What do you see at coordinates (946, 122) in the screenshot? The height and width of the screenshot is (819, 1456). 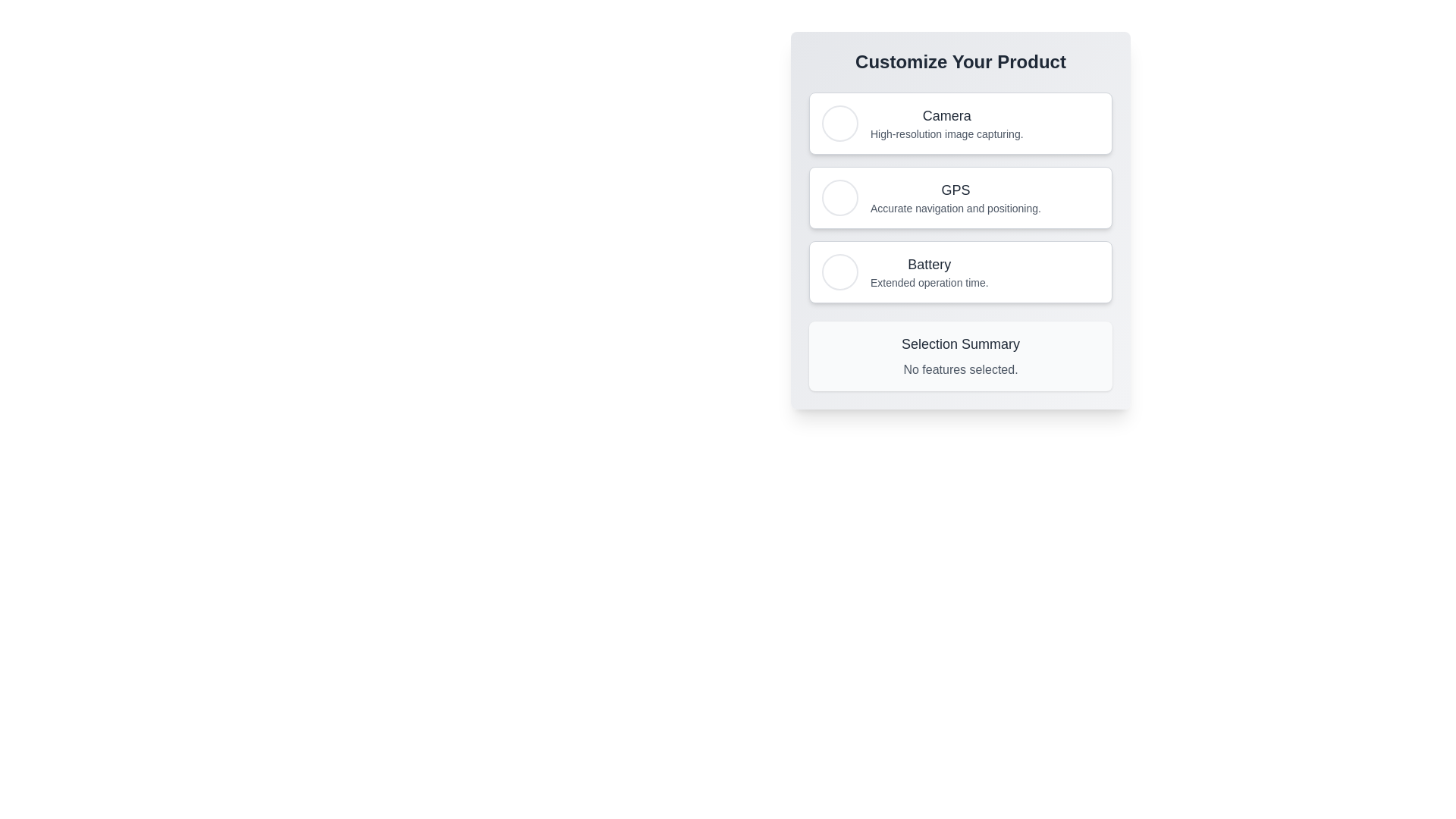 I see `descriptive text label for the 'Camera' option in the product customization menu, located beneath the circular icon and above the 'GPS' option` at bounding box center [946, 122].